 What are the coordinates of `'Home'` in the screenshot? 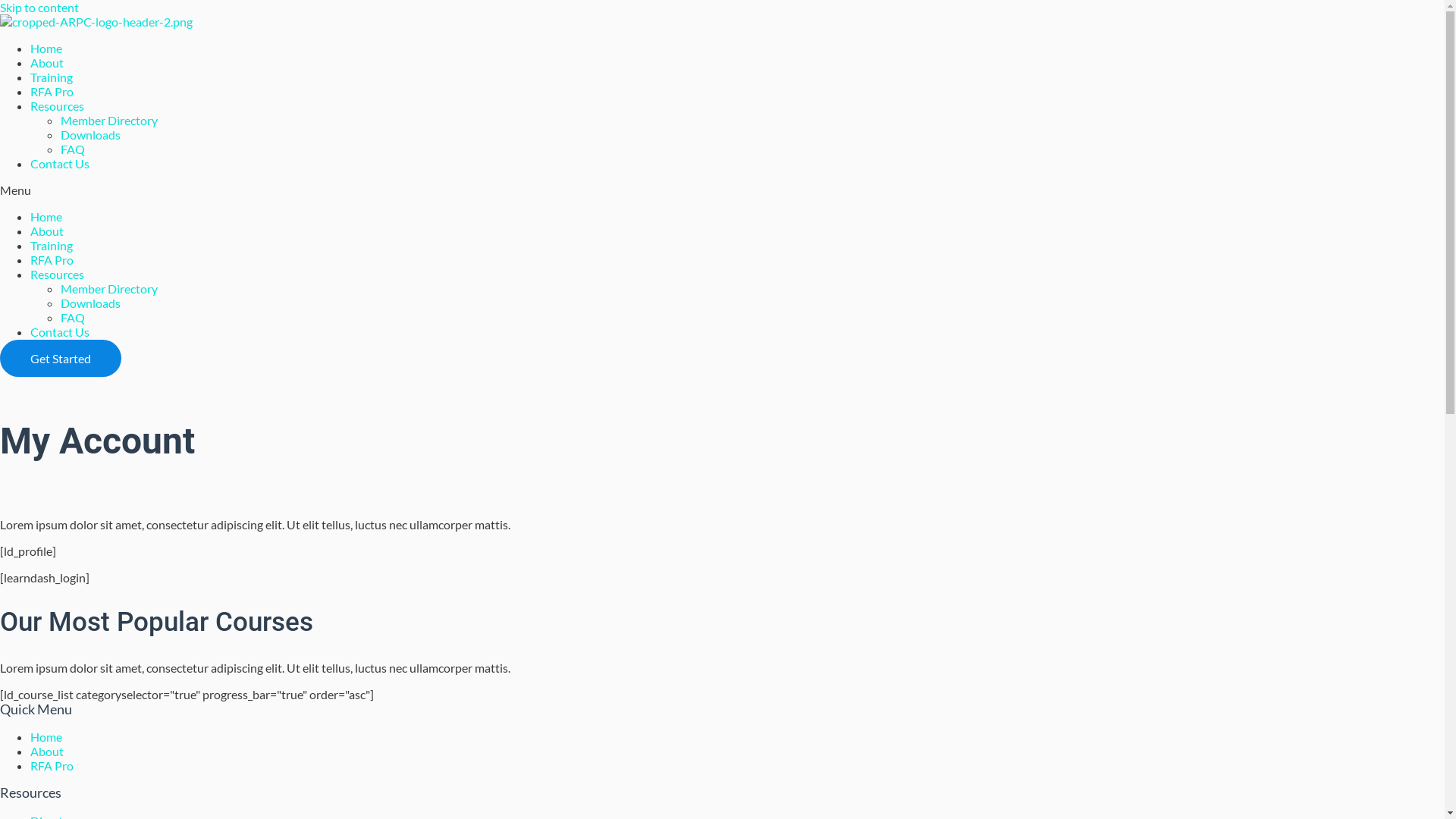 It's located at (46, 47).